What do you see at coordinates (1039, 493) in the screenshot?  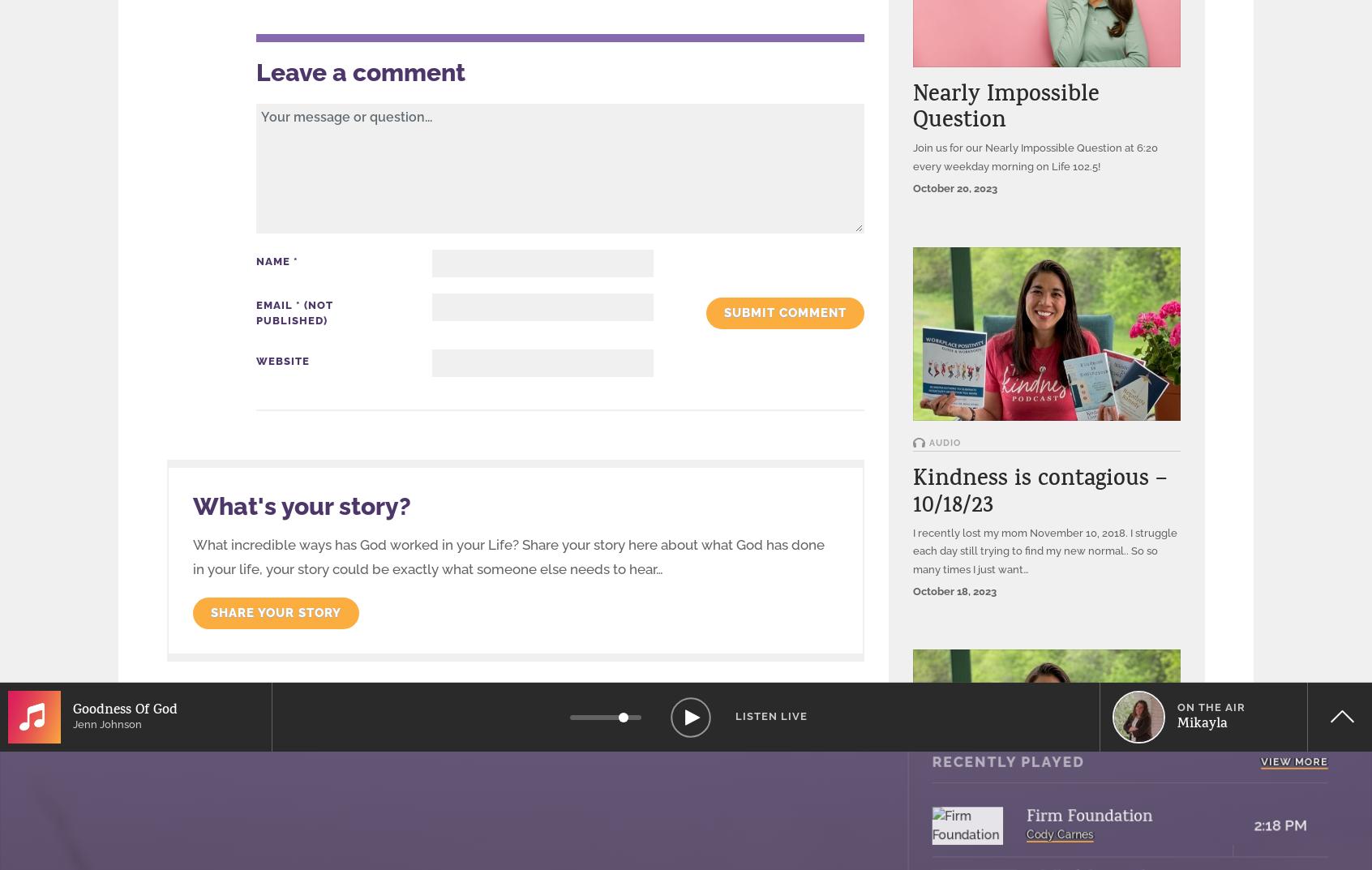 I see `'Kindness is contagious – 10/18/23'` at bounding box center [1039, 493].